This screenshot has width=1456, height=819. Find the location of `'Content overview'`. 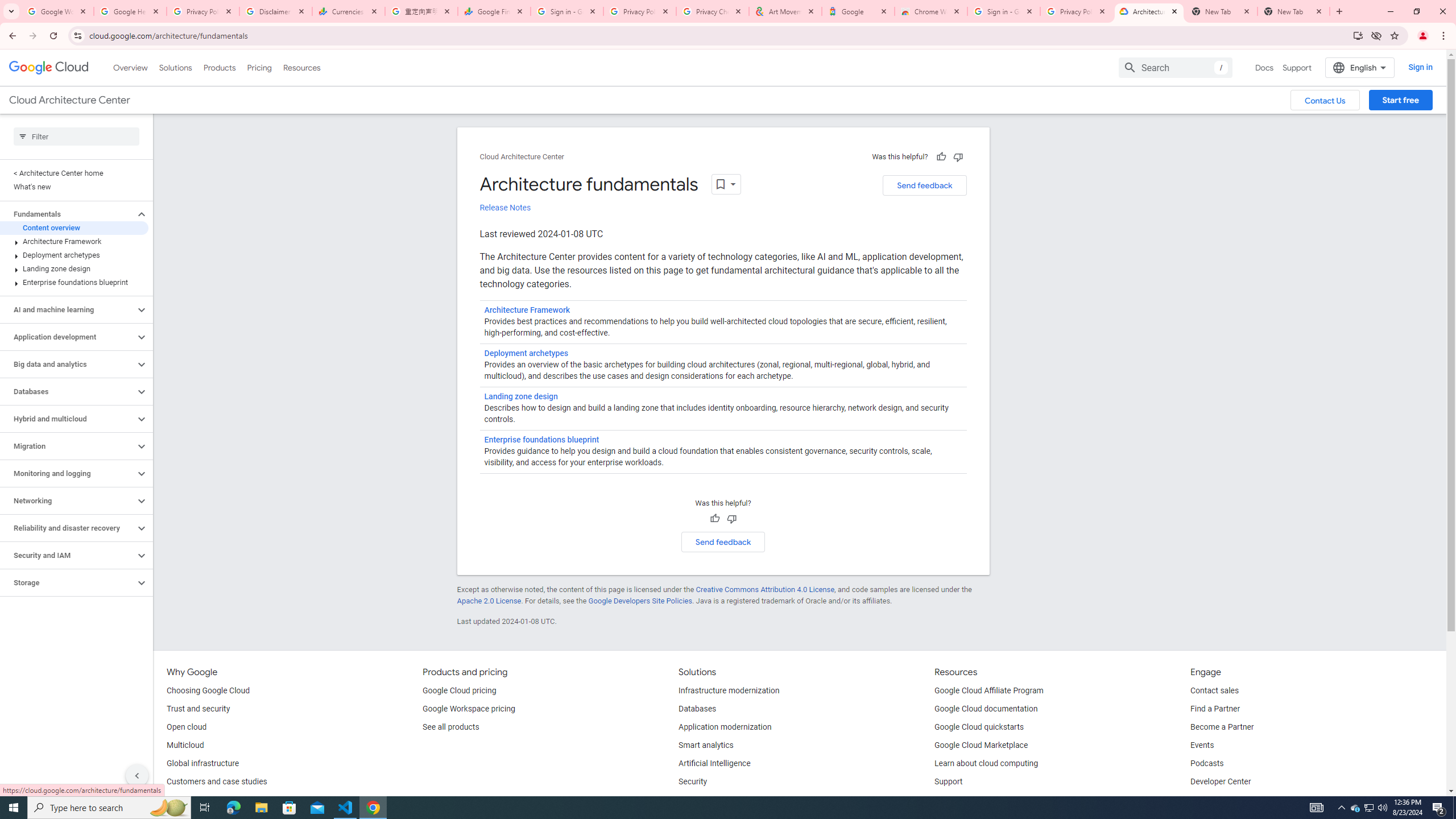

'Content overview' is located at coordinates (74, 228).